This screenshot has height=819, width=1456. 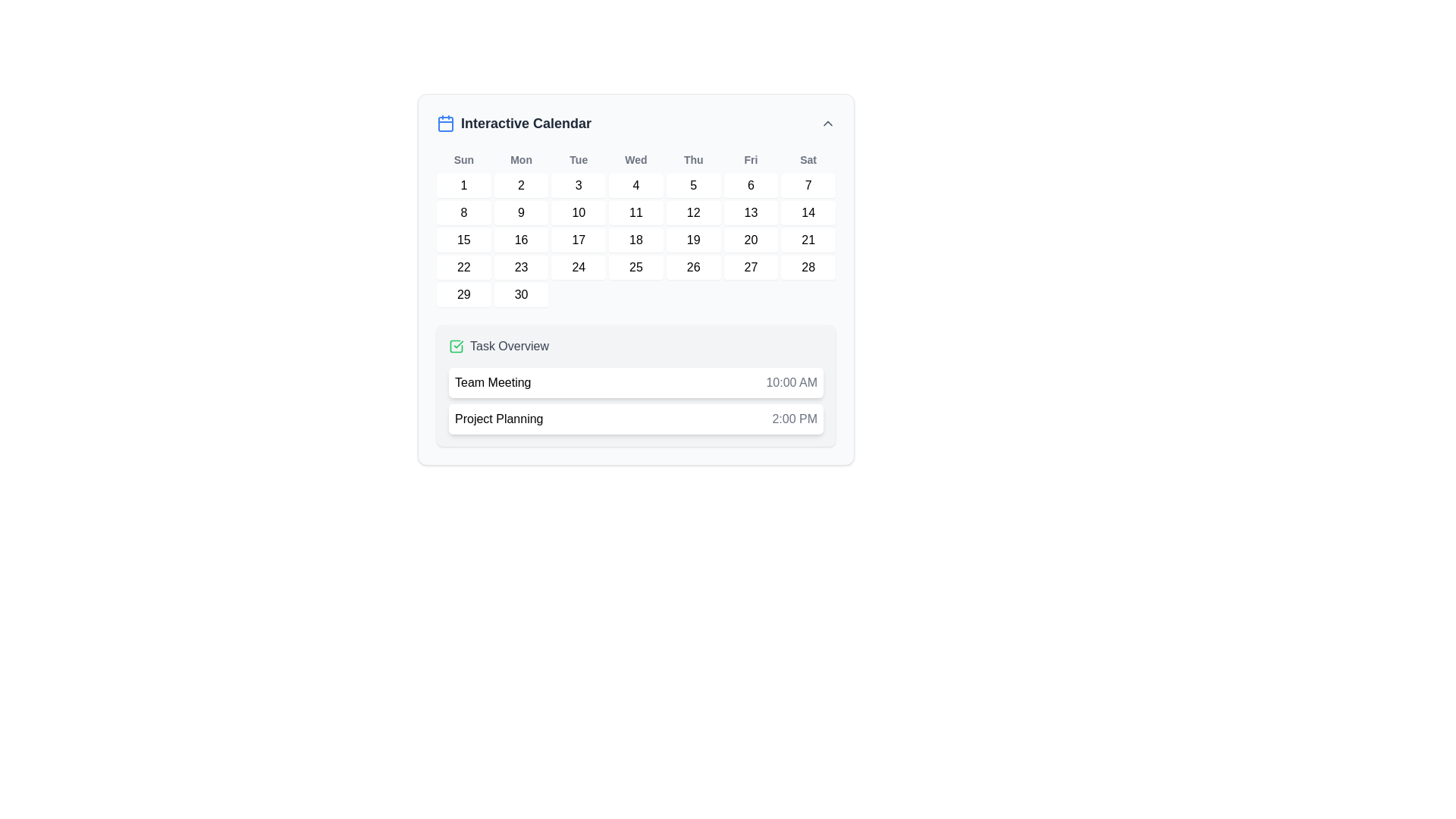 What do you see at coordinates (526, 122) in the screenshot?
I see `the title text label located to the right of the blue calendar-shaped icon in the calendar interface` at bounding box center [526, 122].